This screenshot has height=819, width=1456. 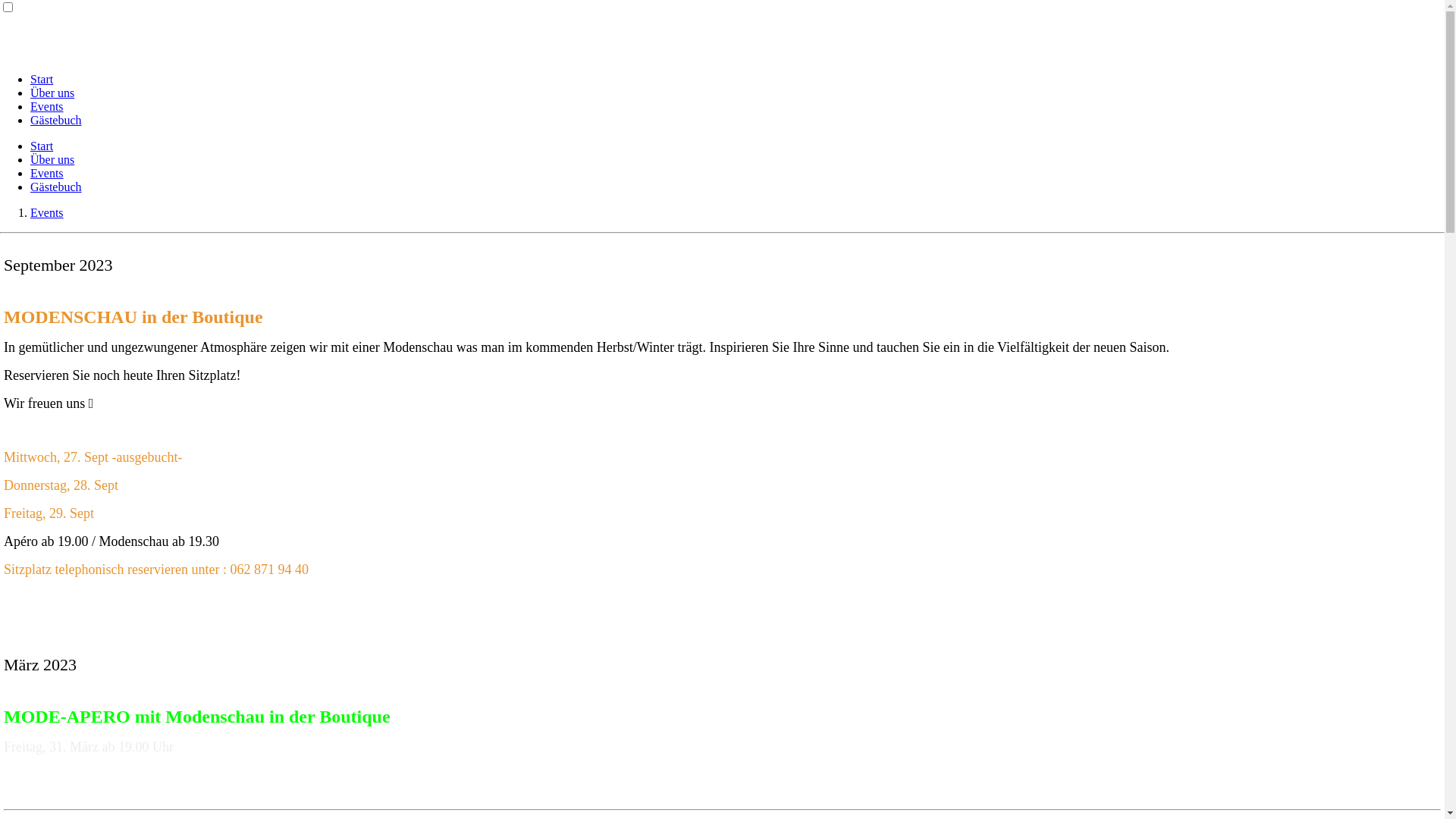 What do you see at coordinates (41, 79) in the screenshot?
I see `'Start'` at bounding box center [41, 79].